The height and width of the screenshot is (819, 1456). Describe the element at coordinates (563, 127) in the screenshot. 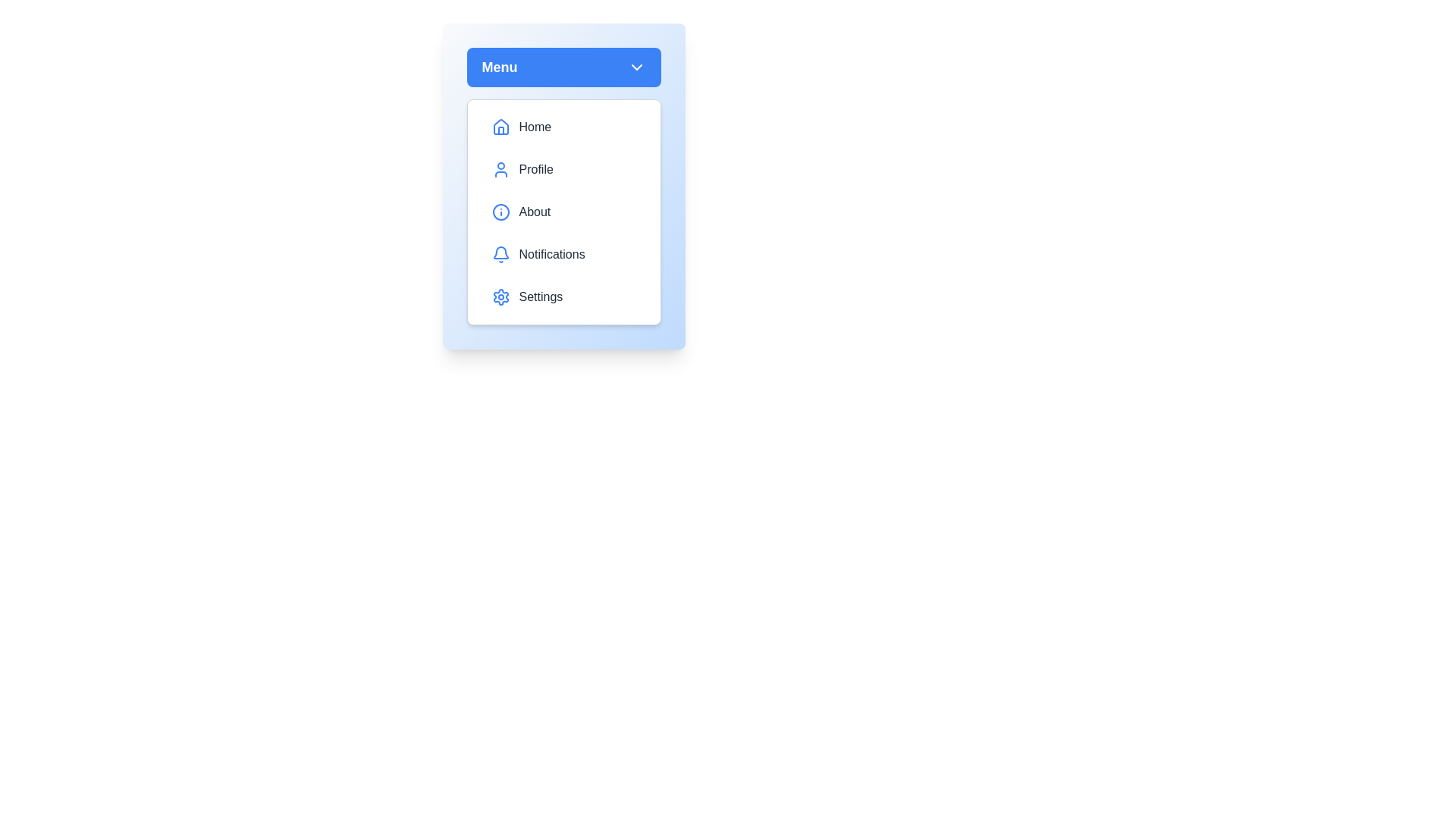

I see `the menu item Home from the menu` at that location.